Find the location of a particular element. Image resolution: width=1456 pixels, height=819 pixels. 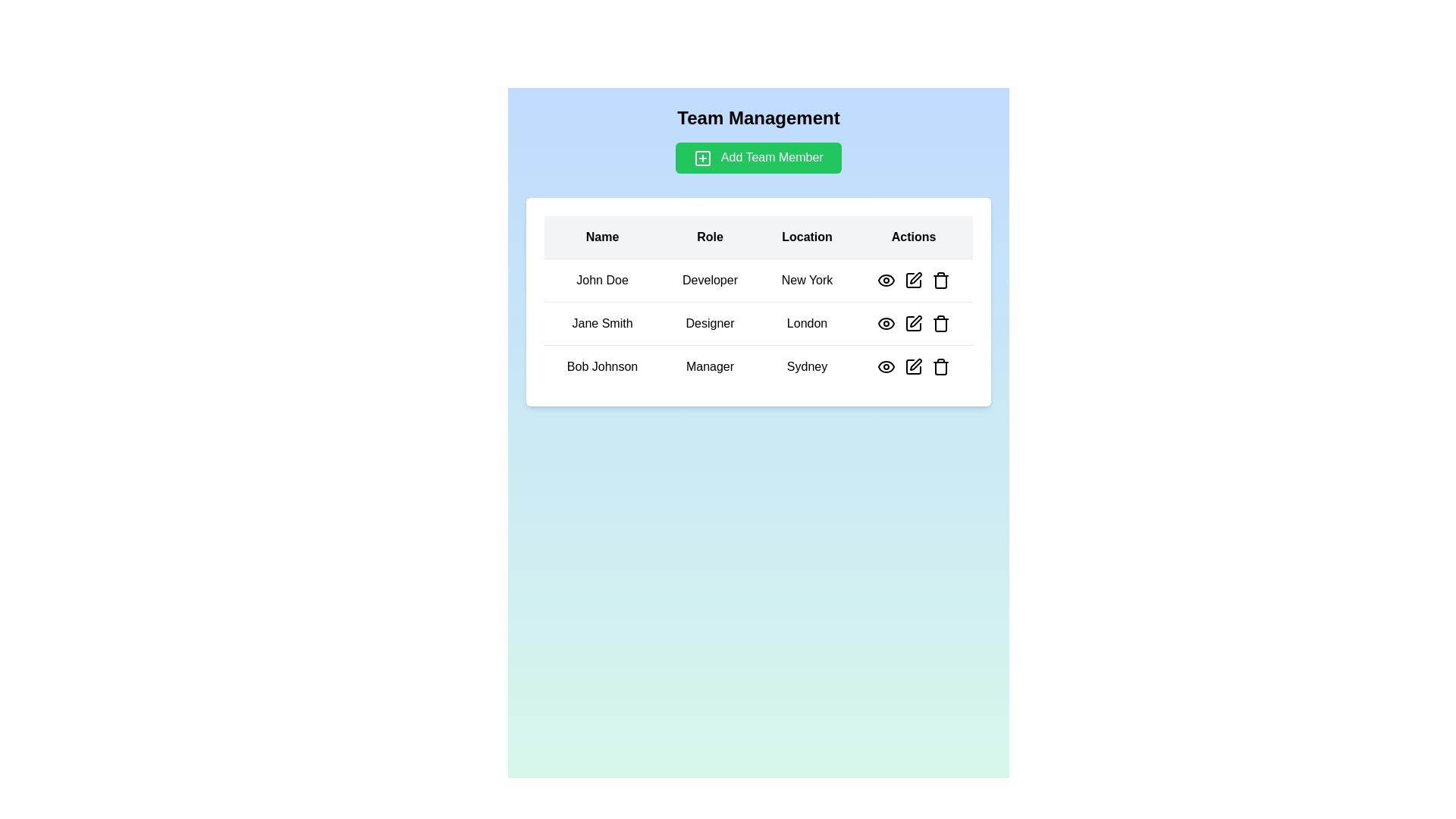

the static text label indicating the role of the person listed in the first row of the table, which is located between 'John Doe' and 'New York' is located at coordinates (709, 280).